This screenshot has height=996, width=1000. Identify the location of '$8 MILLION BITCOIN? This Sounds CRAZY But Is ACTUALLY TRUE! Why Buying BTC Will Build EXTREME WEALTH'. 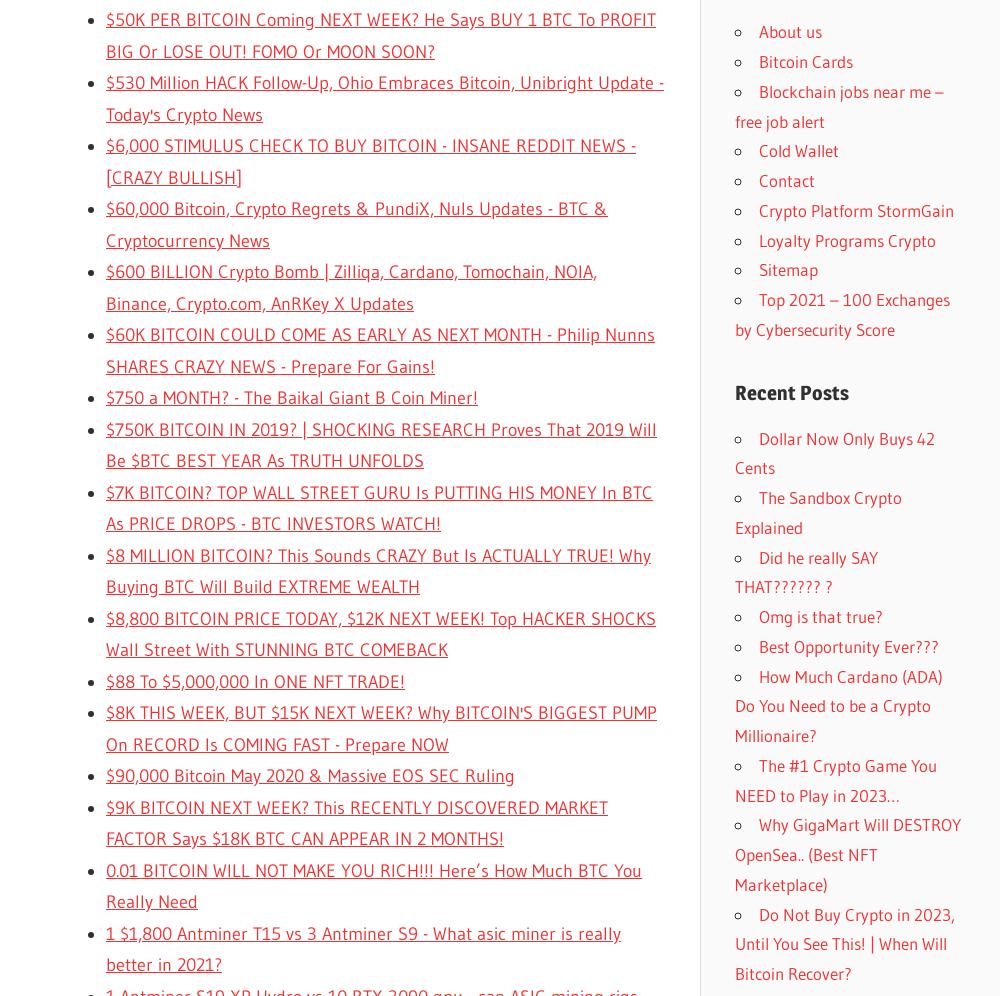
(378, 570).